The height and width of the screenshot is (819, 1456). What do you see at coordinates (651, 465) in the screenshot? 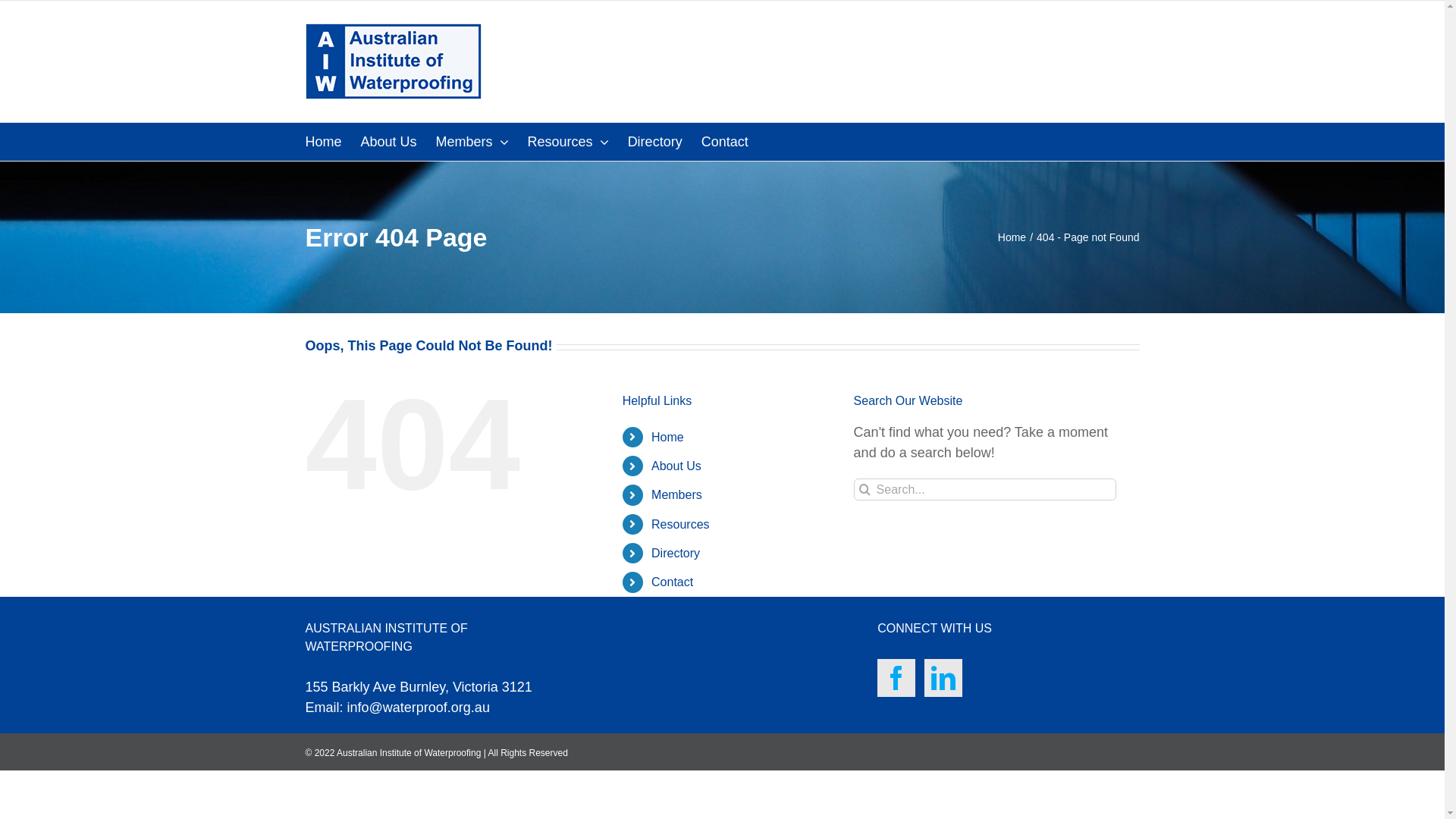
I see `'About Us'` at bounding box center [651, 465].